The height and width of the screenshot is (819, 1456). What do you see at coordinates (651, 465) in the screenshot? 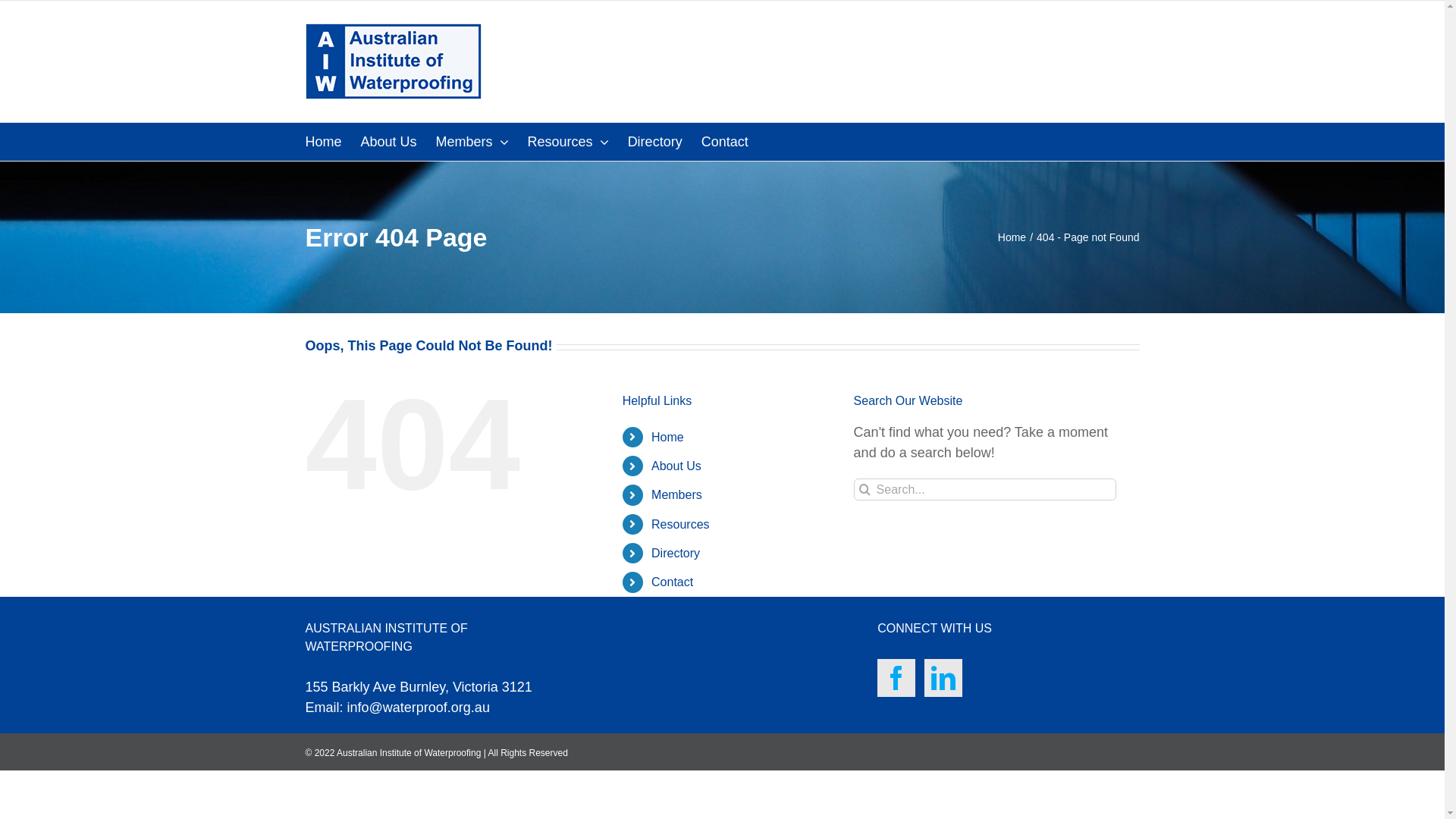
I see `'About Us'` at bounding box center [651, 465].